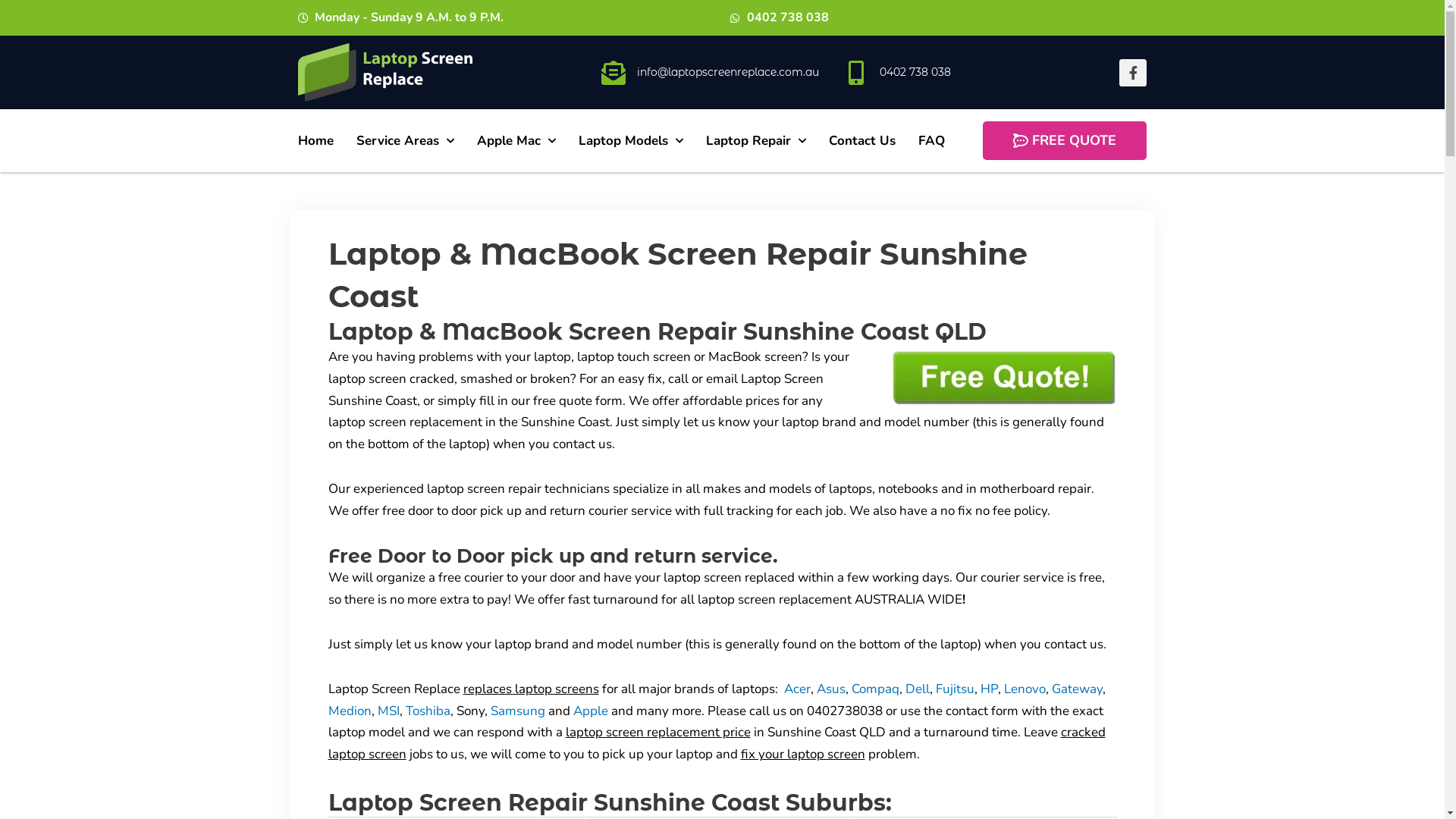 The width and height of the screenshot is (1456, 819). Describe the element at coordinates (348, 711) in the screenshot. I see `'Medion'` at that location.